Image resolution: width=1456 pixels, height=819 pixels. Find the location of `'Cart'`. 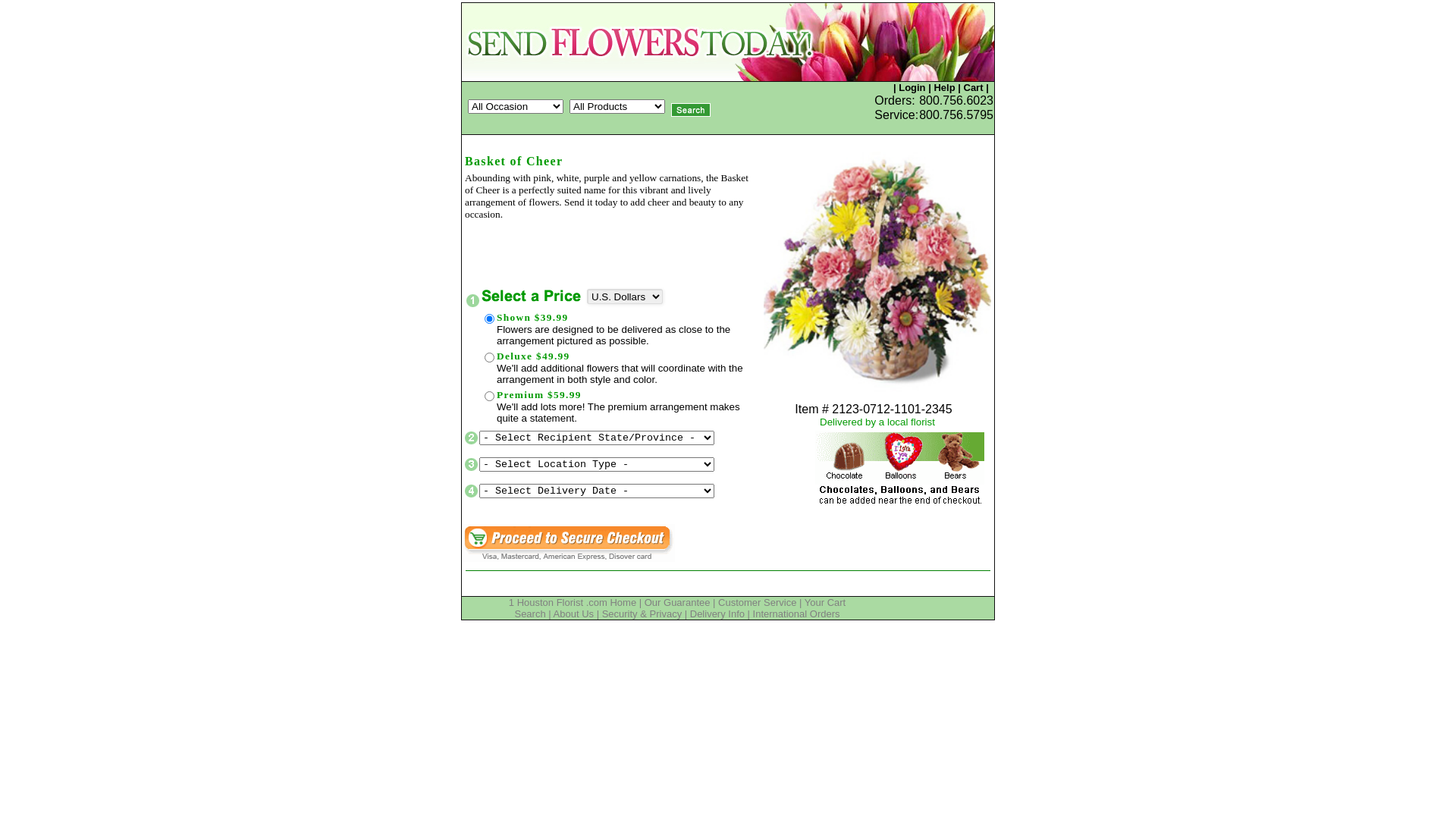

'Cart' is located at coordinates (972, 87).